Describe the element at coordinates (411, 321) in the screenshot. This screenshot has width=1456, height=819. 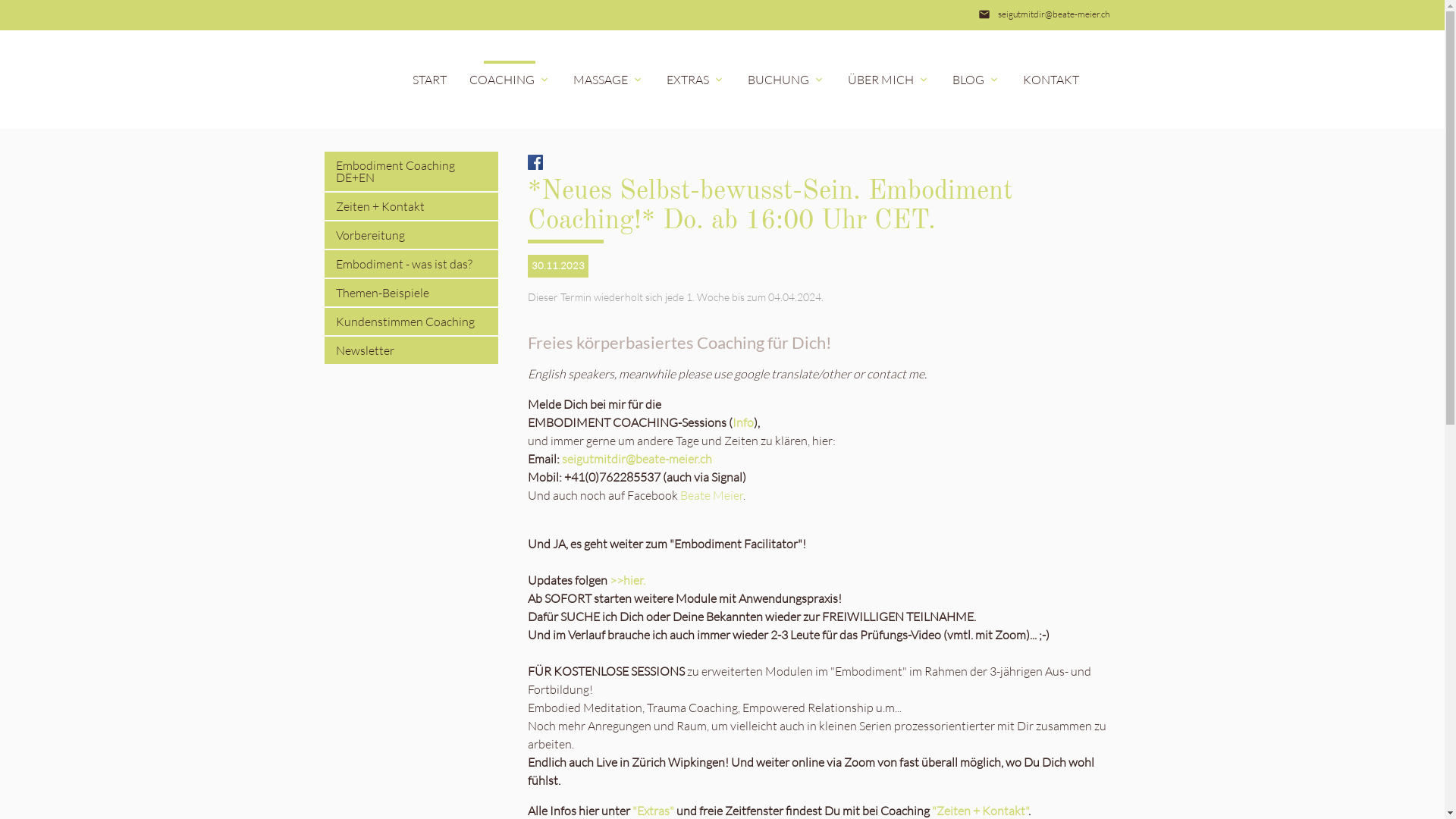
I see `'Kundenstimmen Coaching'` at that location.